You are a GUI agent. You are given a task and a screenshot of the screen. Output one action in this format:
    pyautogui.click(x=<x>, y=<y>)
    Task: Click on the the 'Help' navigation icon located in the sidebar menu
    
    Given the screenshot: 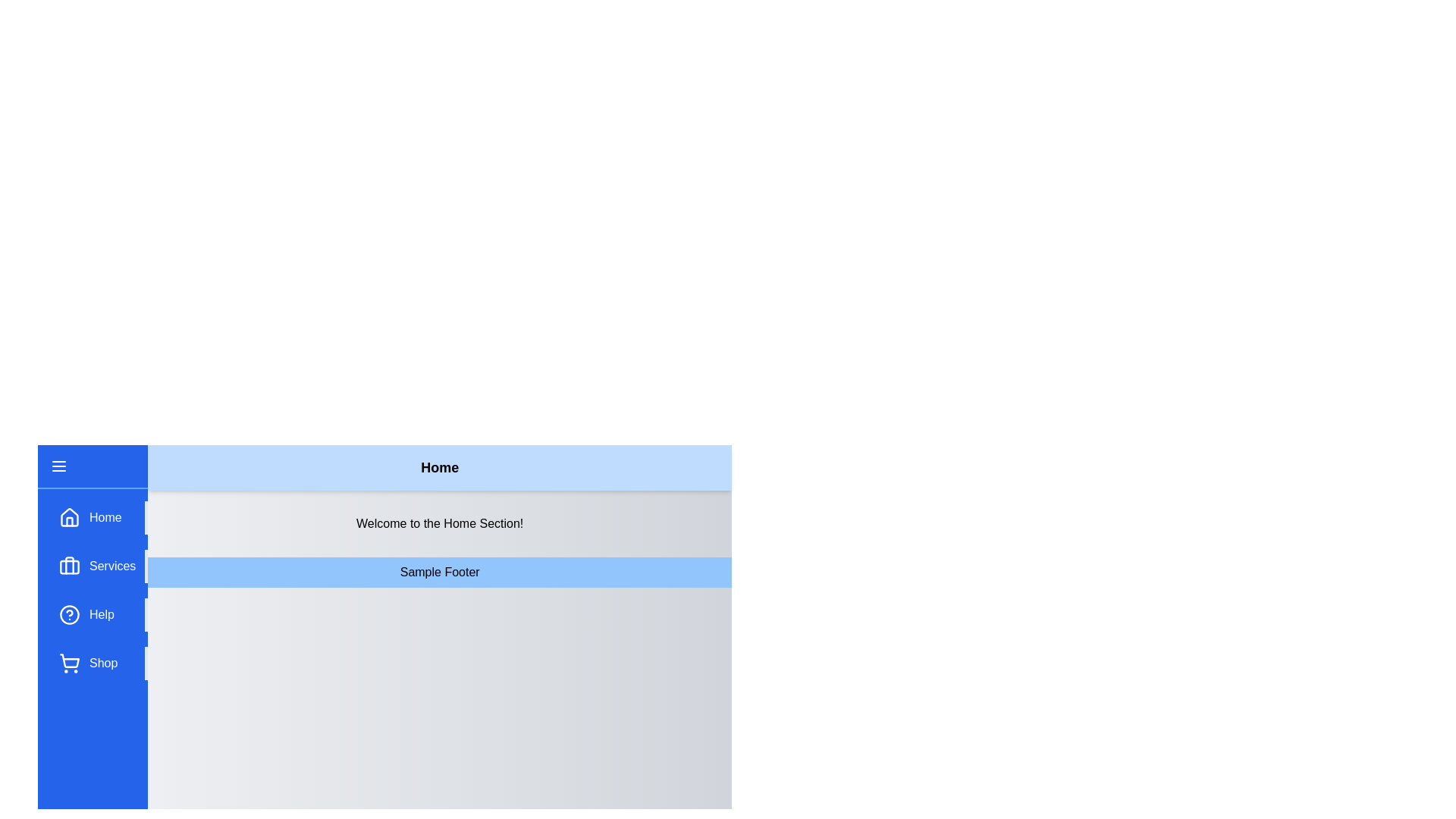 What is the action you would take?
    pyautogui.click(x=68, y=614)
    